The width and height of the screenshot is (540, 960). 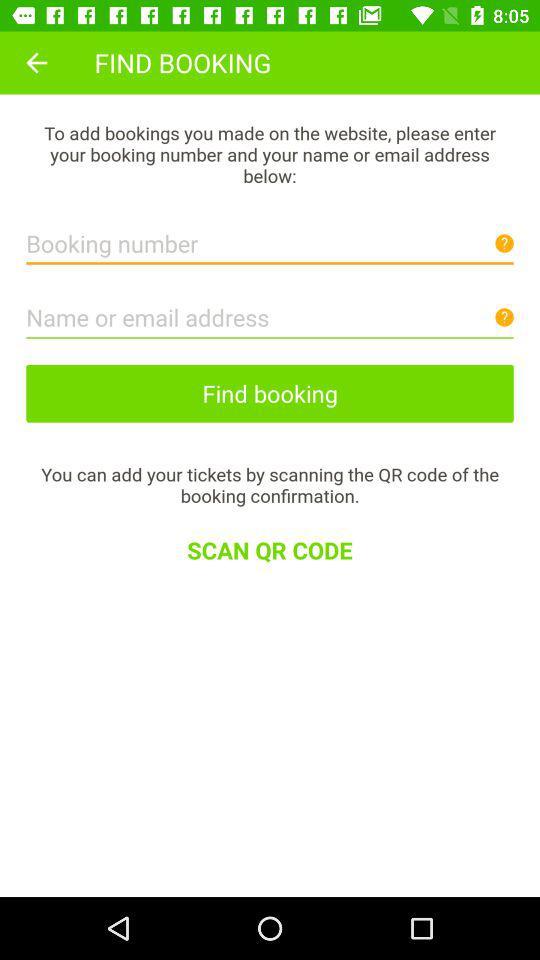 I want to click on booking number, so click(x=270, y=238).